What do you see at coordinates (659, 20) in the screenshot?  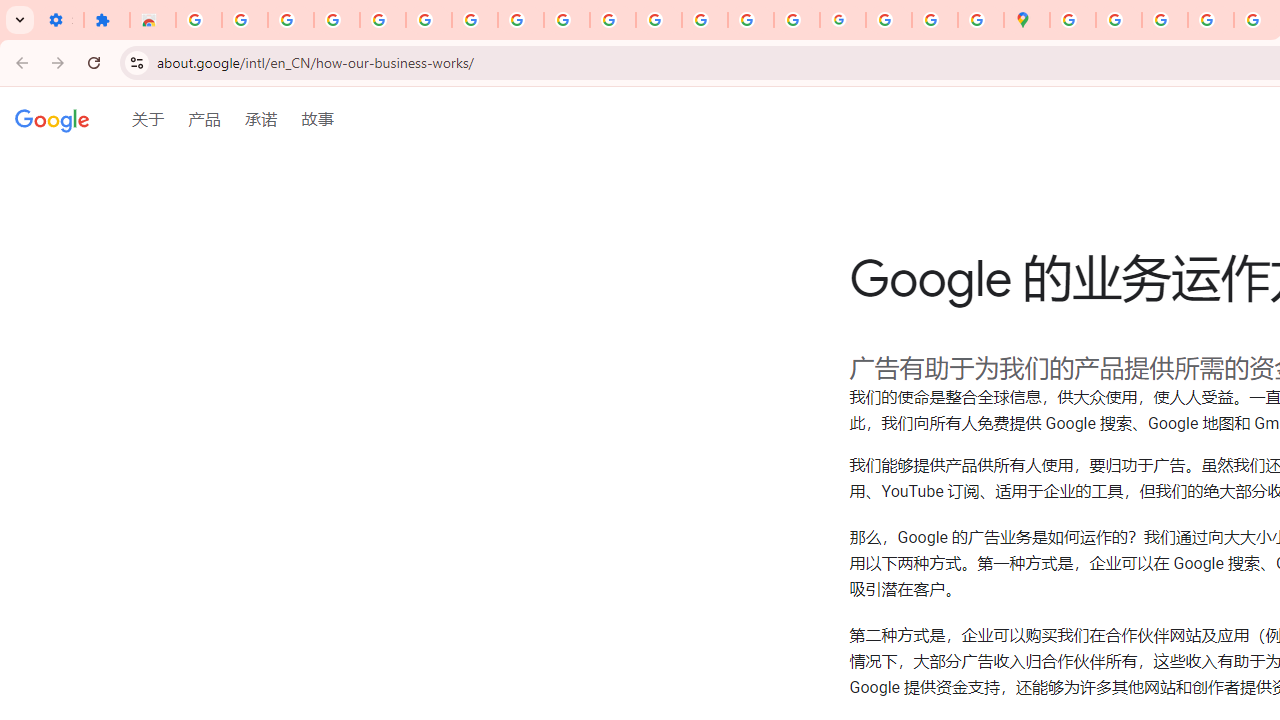 I see `'https://scholar.google.com/'` at bounding box center [659, 20].